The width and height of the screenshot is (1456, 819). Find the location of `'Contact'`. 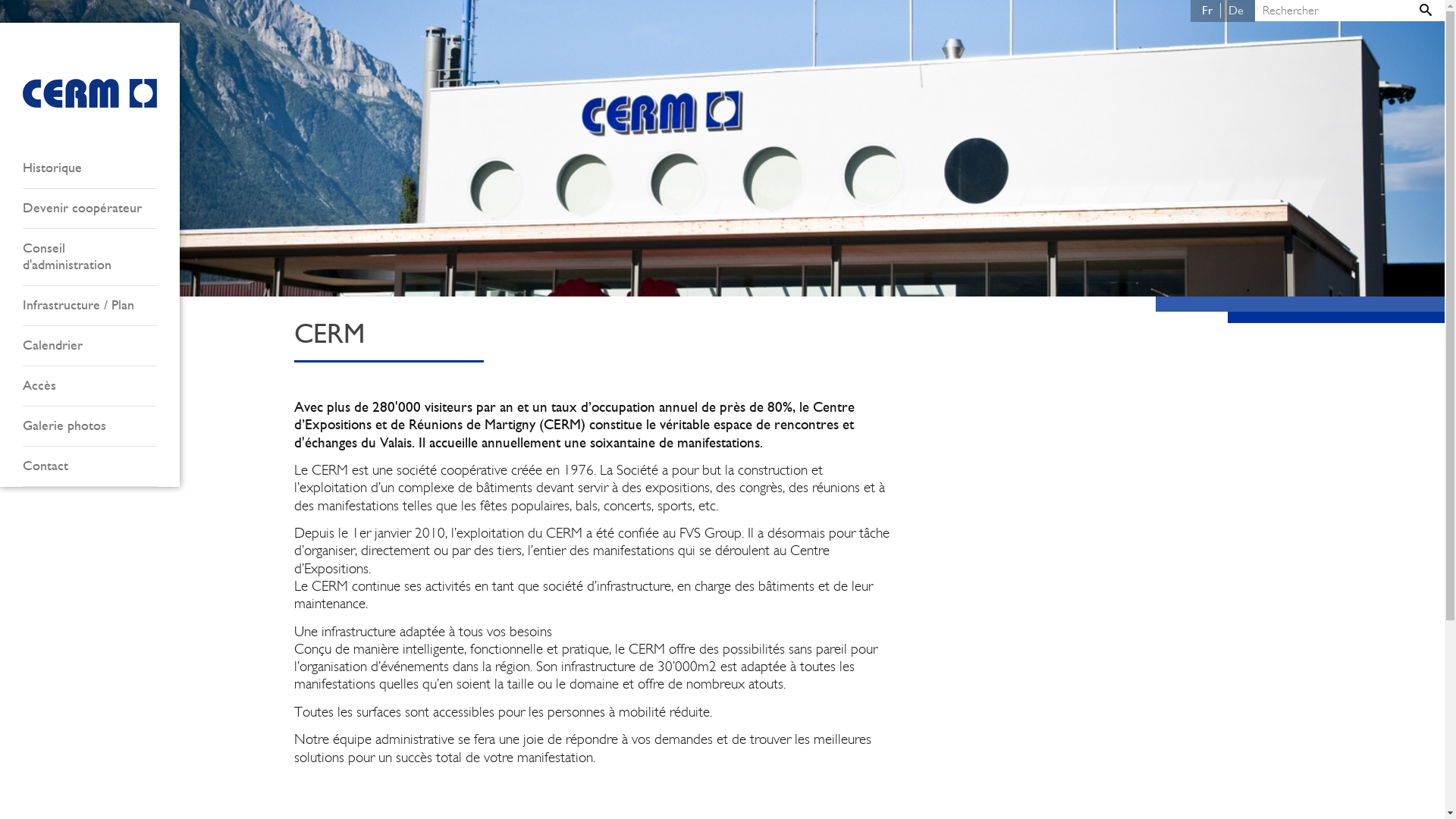

'Contact' is located at coordinates (89, 466).